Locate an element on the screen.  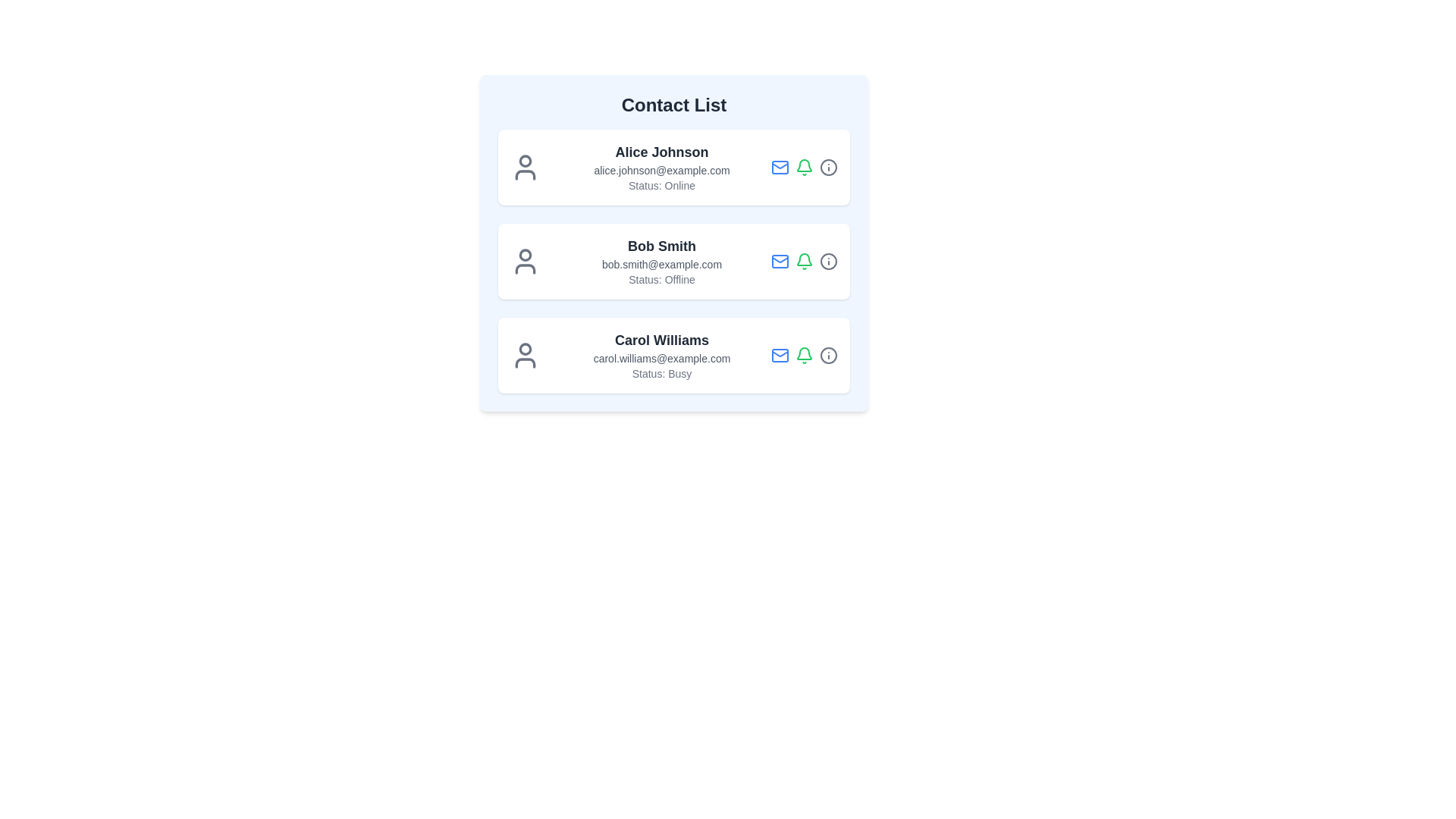
the Bell icon in the contact list is located at coordinates (803, 167).